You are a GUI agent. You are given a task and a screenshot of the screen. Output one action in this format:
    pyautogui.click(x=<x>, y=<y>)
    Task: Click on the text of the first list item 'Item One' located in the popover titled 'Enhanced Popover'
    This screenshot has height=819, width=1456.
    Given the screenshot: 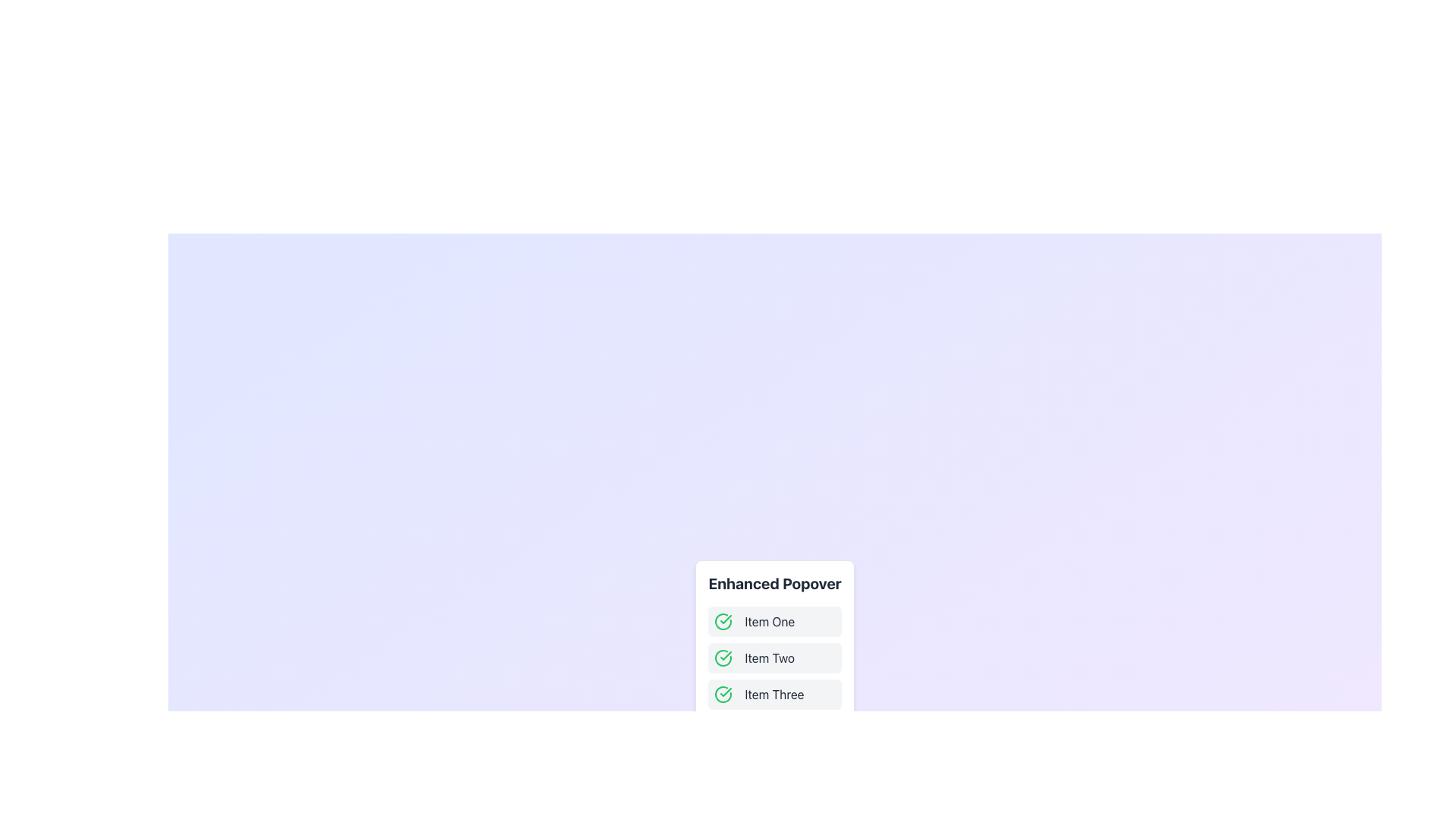 What is the action you would take?
    pyautogui.click(x=775, y=622)
    